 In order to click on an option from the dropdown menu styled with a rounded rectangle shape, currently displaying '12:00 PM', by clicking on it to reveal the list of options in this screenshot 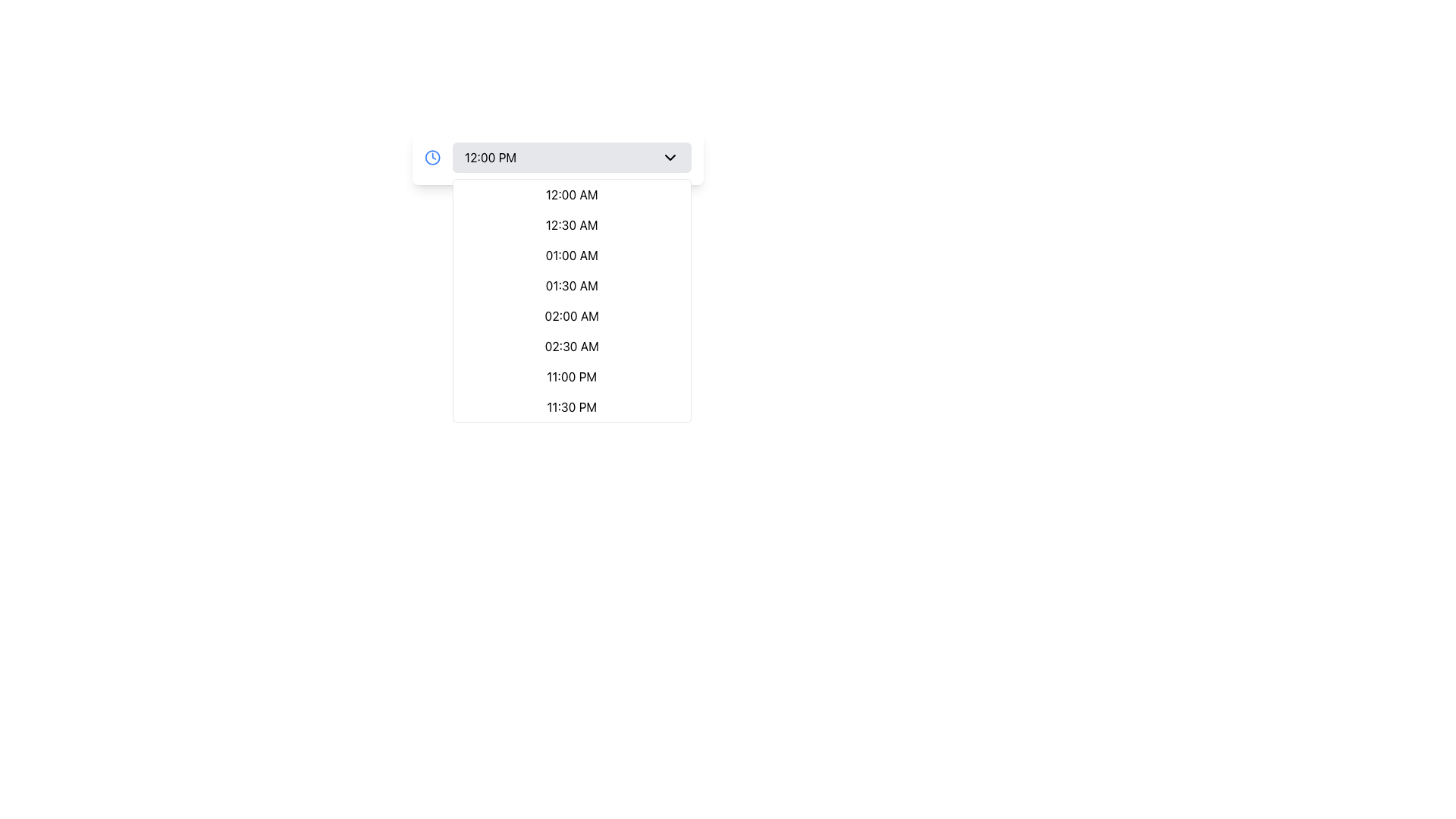, I will do `click(571, 158)`.